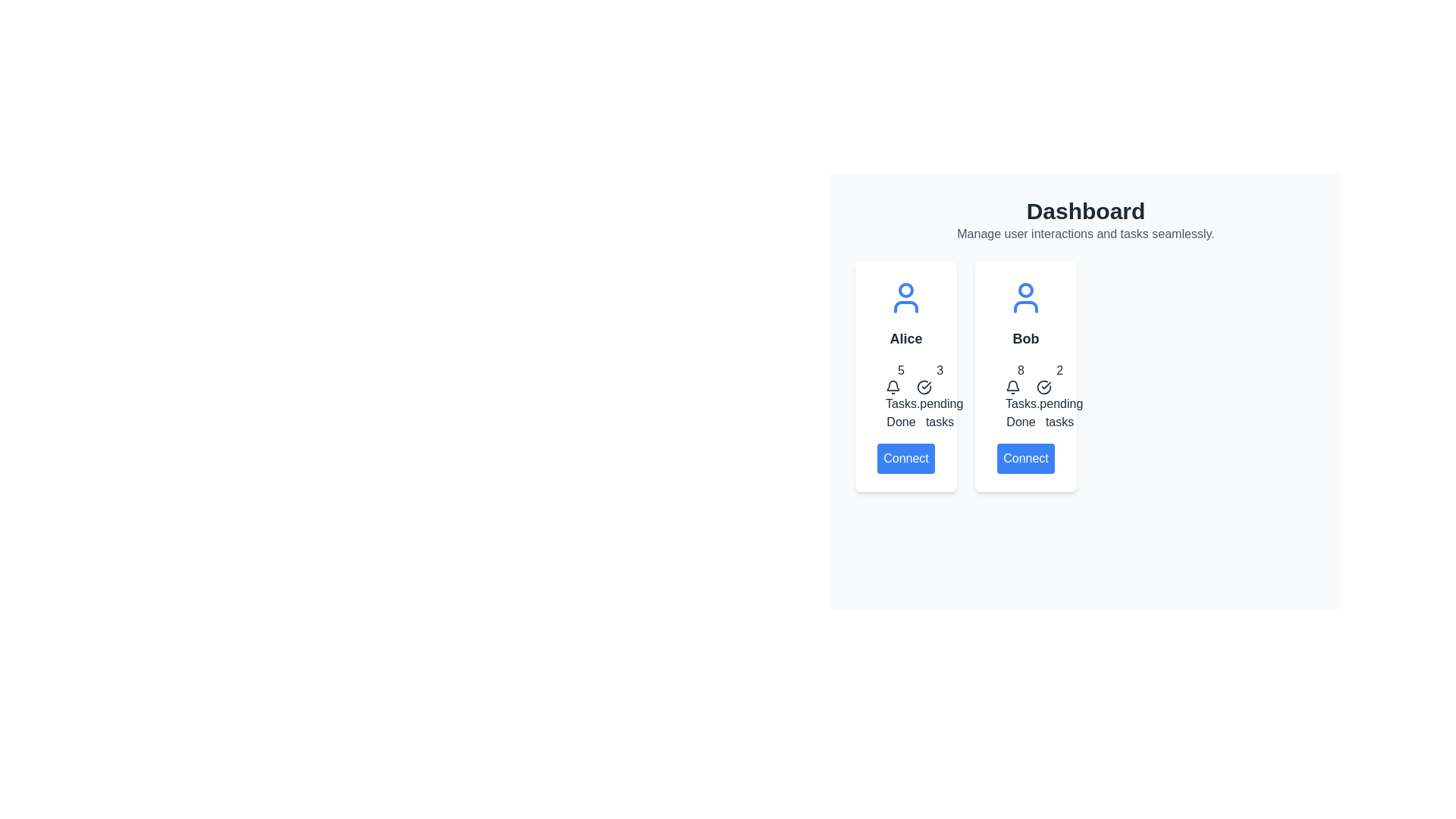  What do you see at coordinates (901, 396) in the screenshot?
I see `the Informational widget located in the left card below the name 'Alice' and above the 'Connect' button, which displays completed tasks count` at bounding box center [901, 396].